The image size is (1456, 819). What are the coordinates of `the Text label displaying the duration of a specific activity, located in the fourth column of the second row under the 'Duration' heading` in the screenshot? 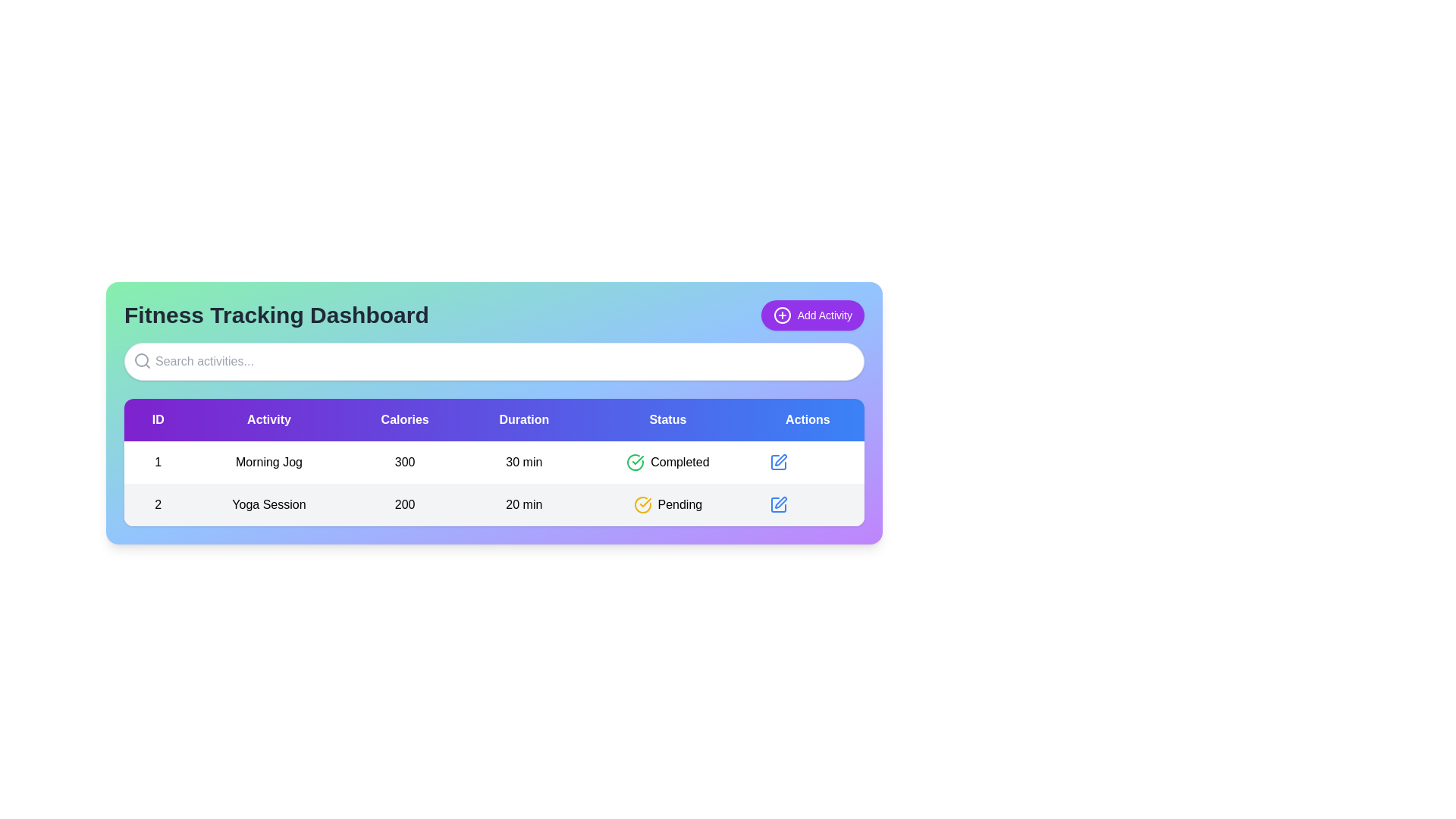 It's located at (524, 505).